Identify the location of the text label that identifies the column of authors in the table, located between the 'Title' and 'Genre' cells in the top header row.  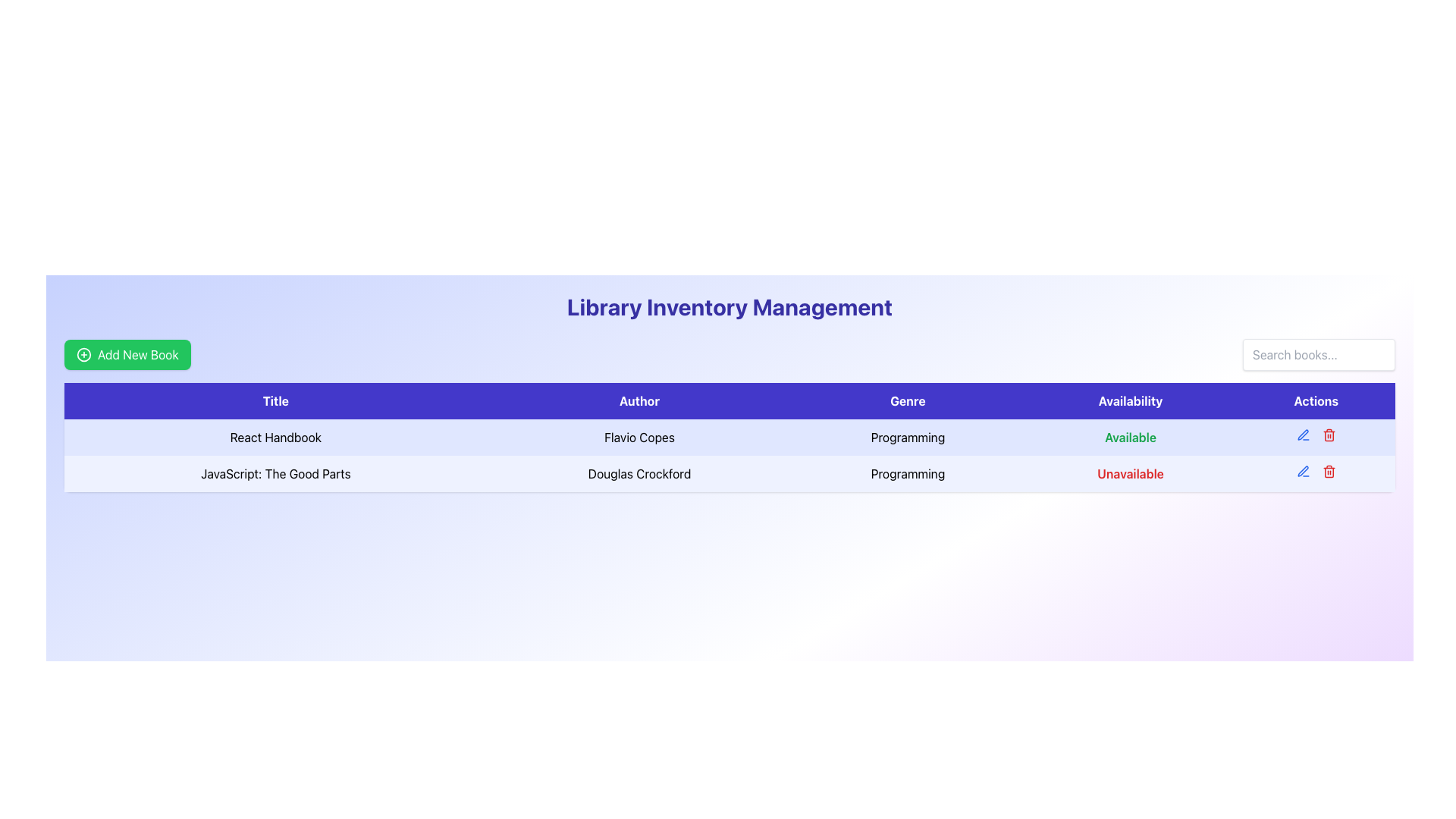
(639, 400).